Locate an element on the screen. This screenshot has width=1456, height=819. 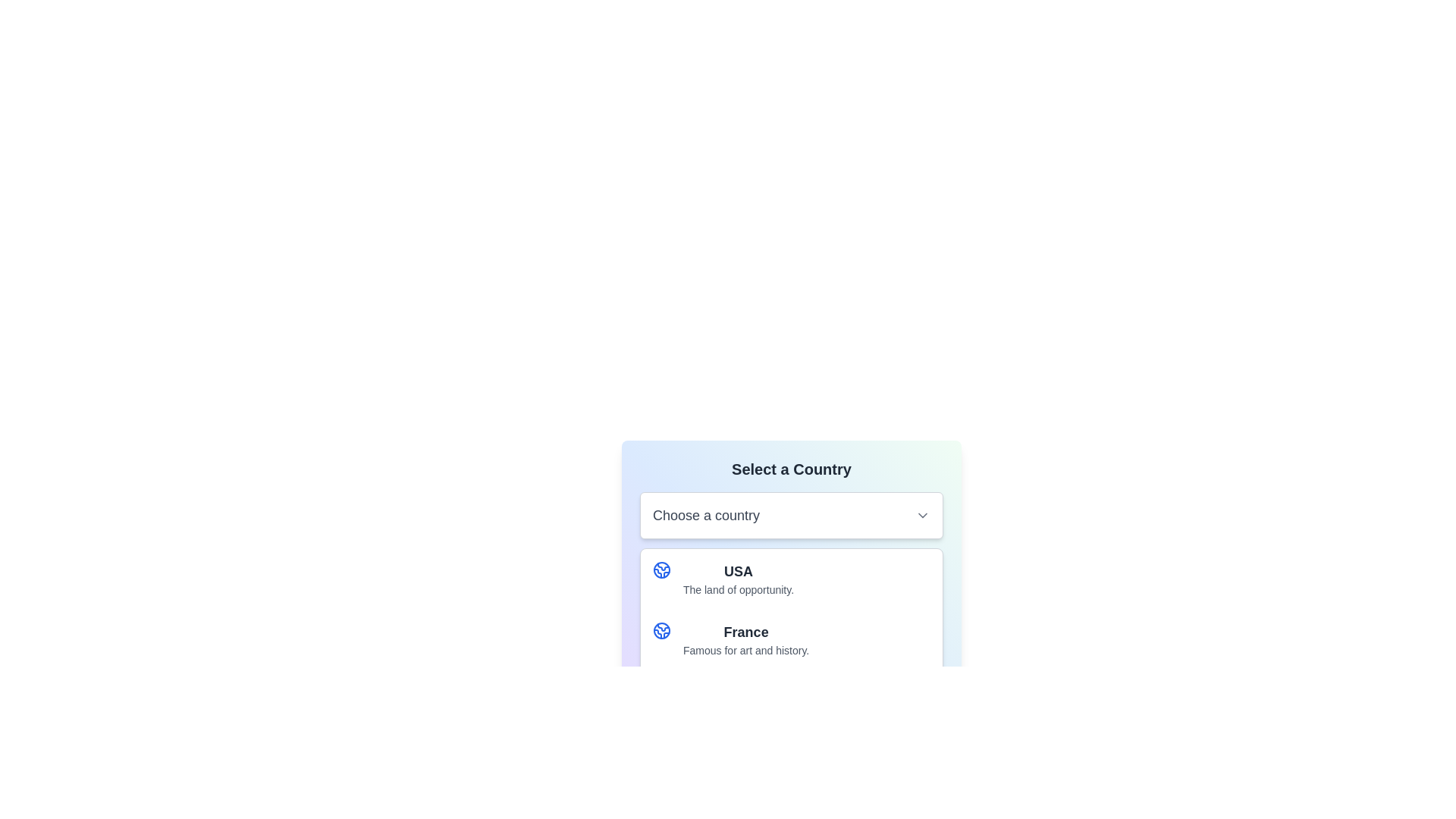
the text label that contains the description 'Famous for art and history.' located below the country name 'France' is located at coordinates (746, 649).